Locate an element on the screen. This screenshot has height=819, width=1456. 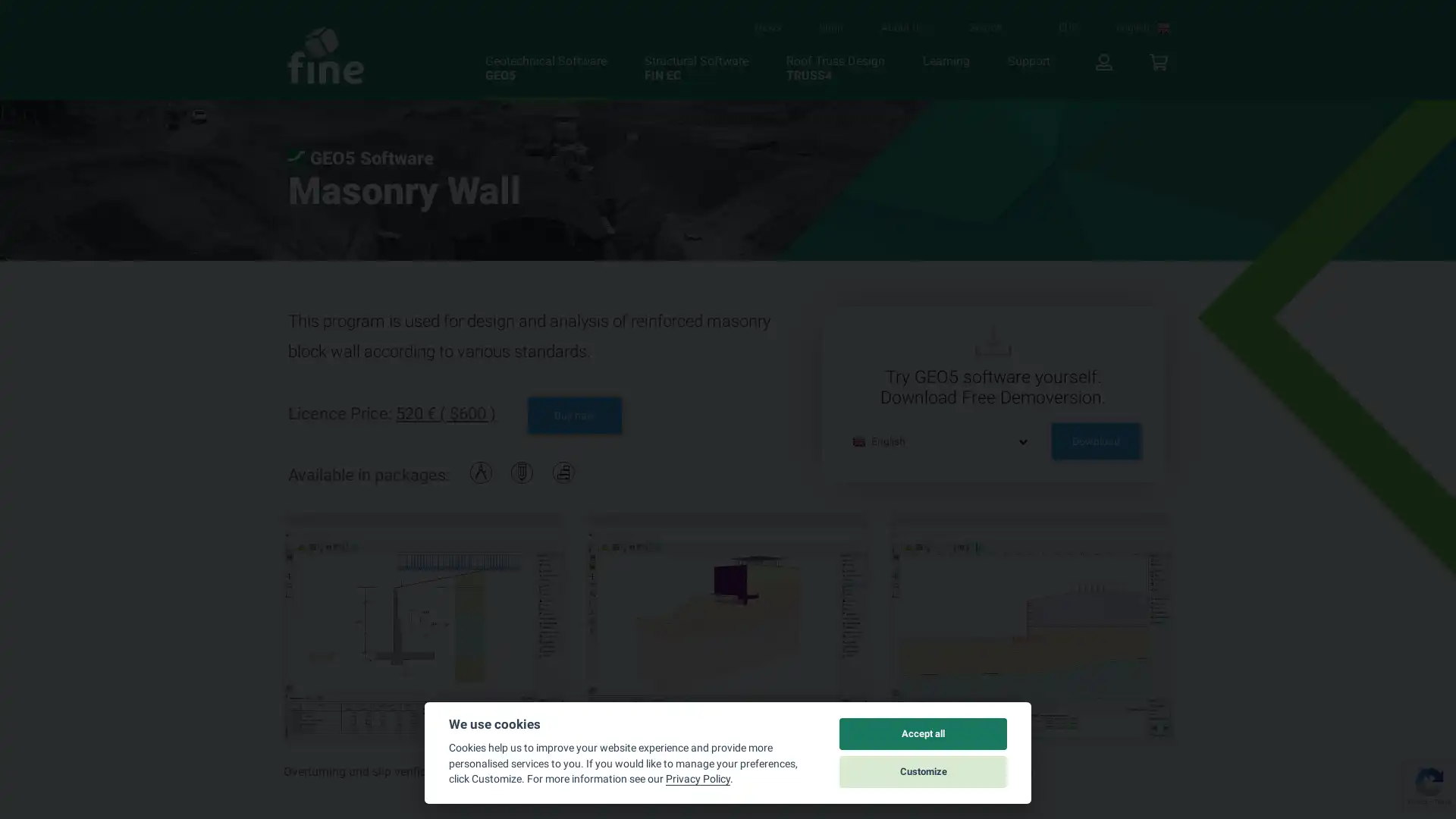
Accept all is located at coordinates (922, 733).